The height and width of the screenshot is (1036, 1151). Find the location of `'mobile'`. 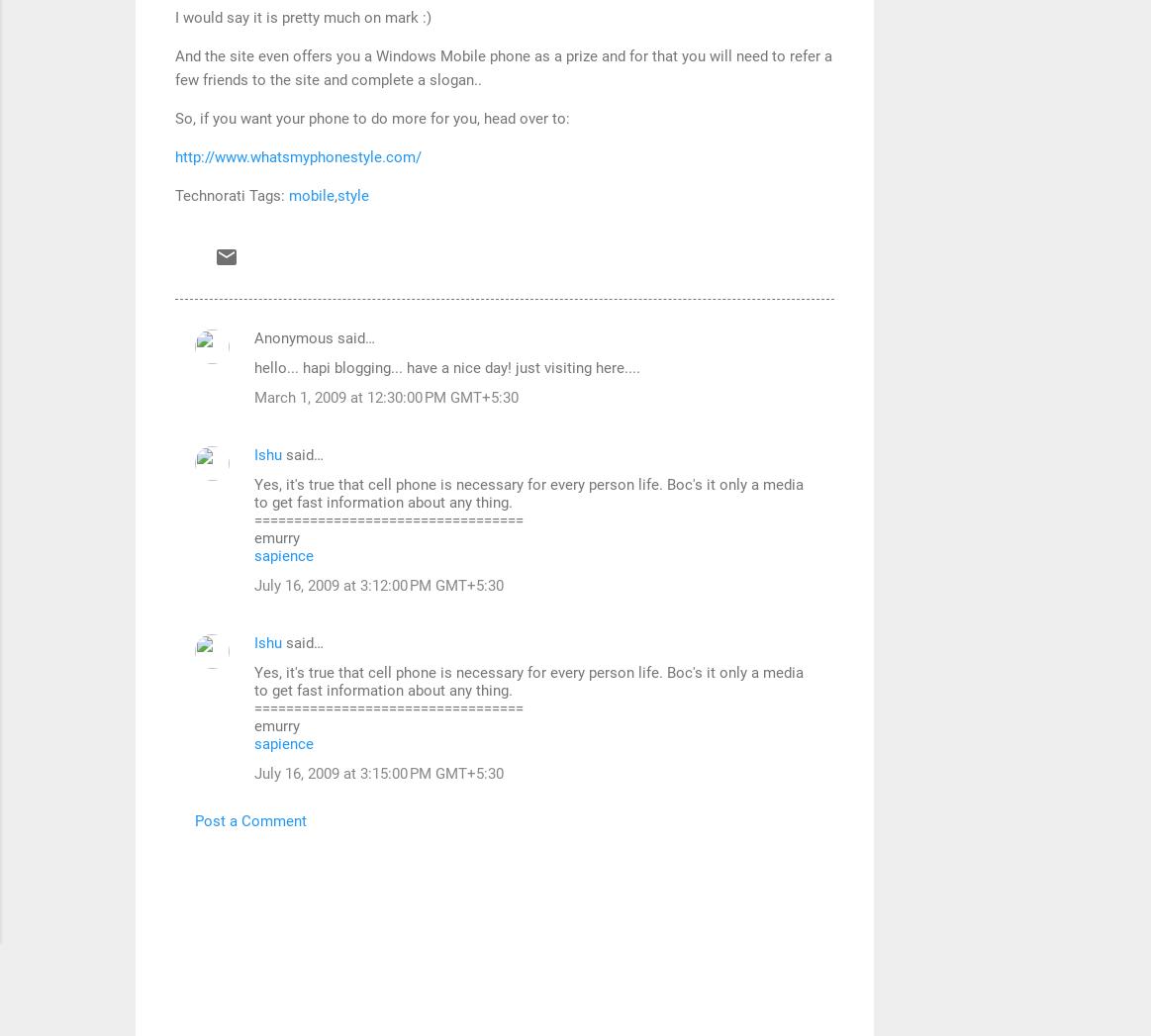

'mobile' is located at coordinates (310, 194).